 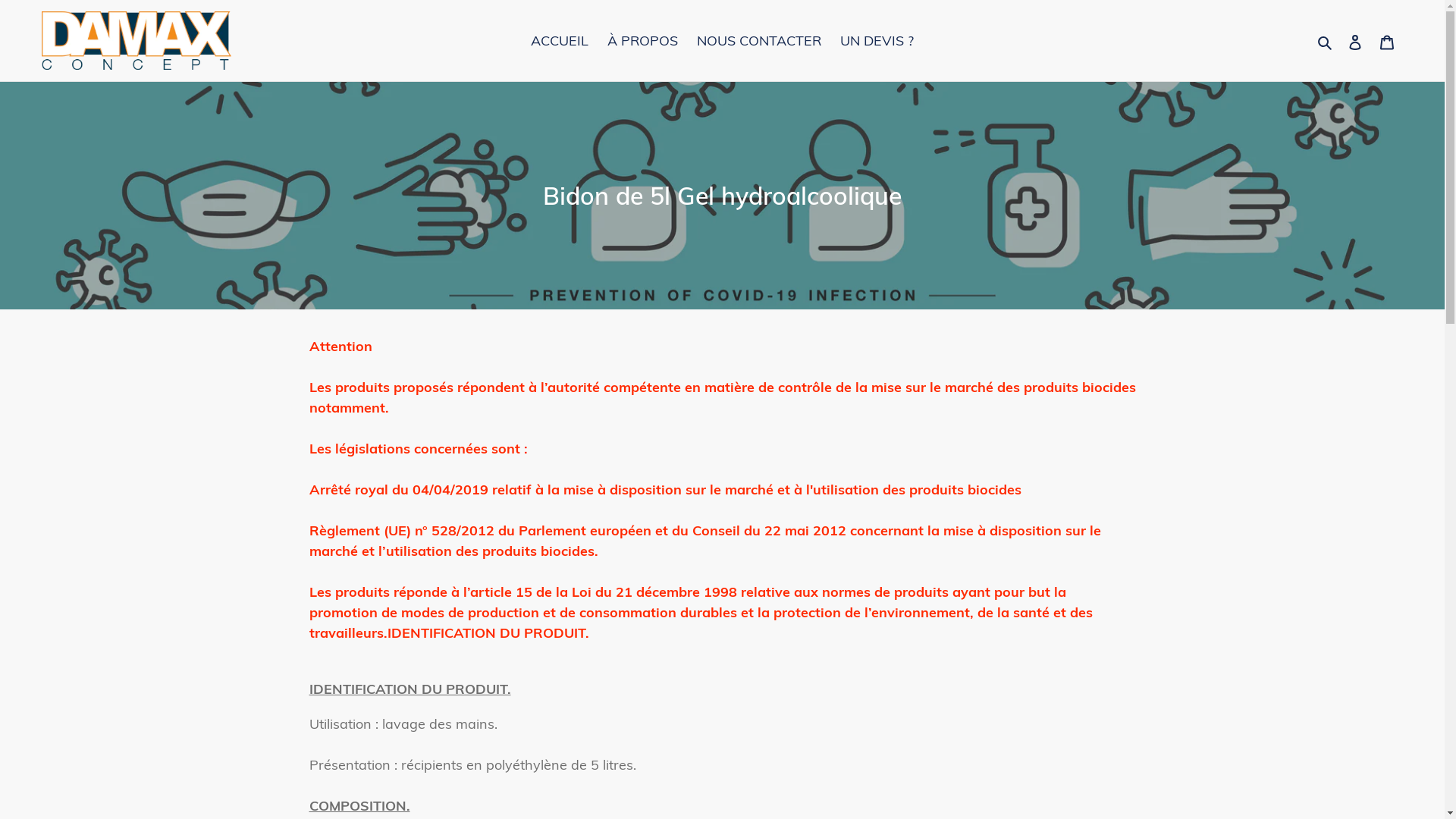 I want to click on 'Rechercher', so click(x=1325, y=39).